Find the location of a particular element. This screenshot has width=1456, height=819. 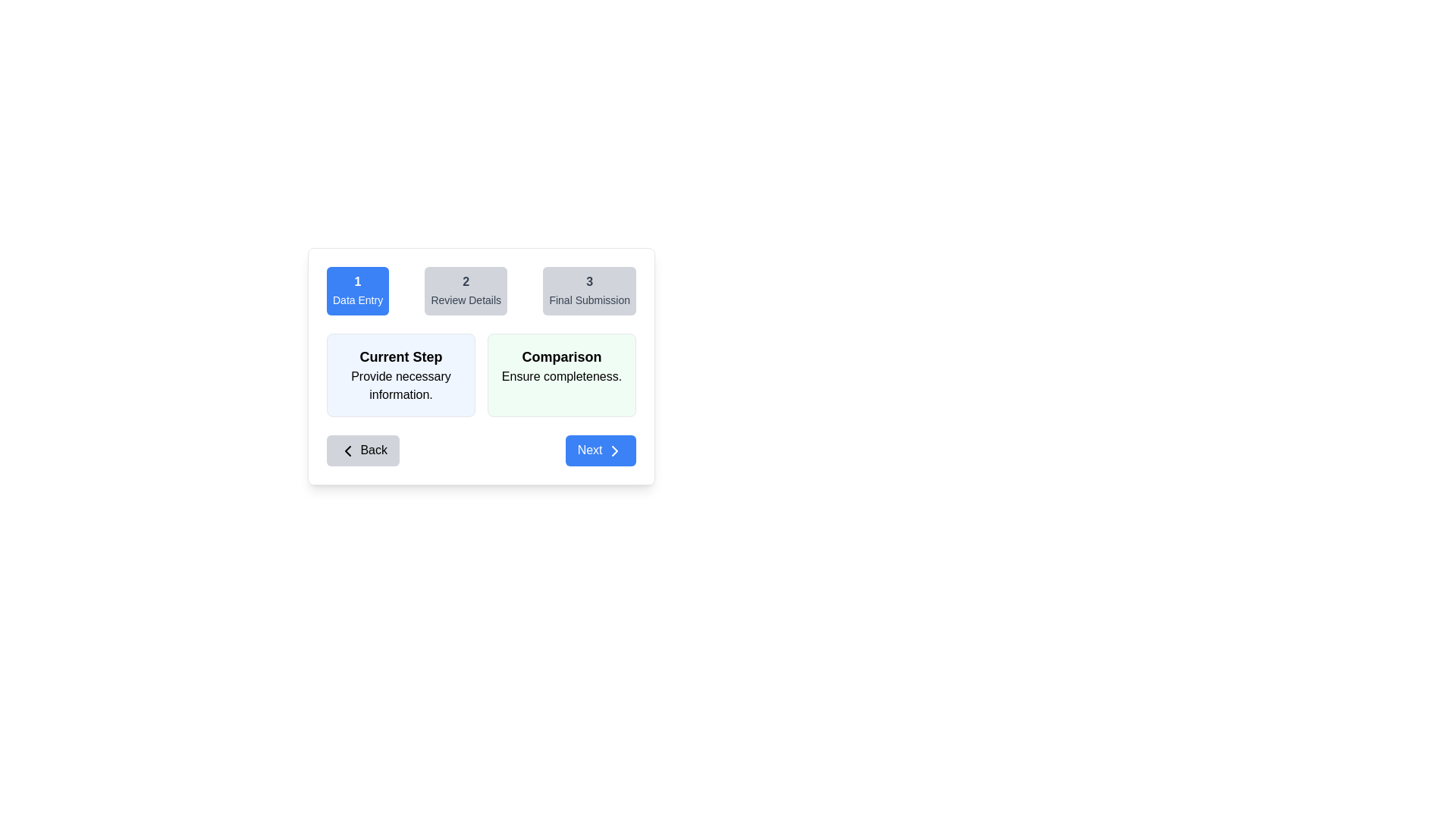

the static text element representing step '3' in the multi-step navigation process, located above 'Final Submission' is located at coordinates (588, 281).